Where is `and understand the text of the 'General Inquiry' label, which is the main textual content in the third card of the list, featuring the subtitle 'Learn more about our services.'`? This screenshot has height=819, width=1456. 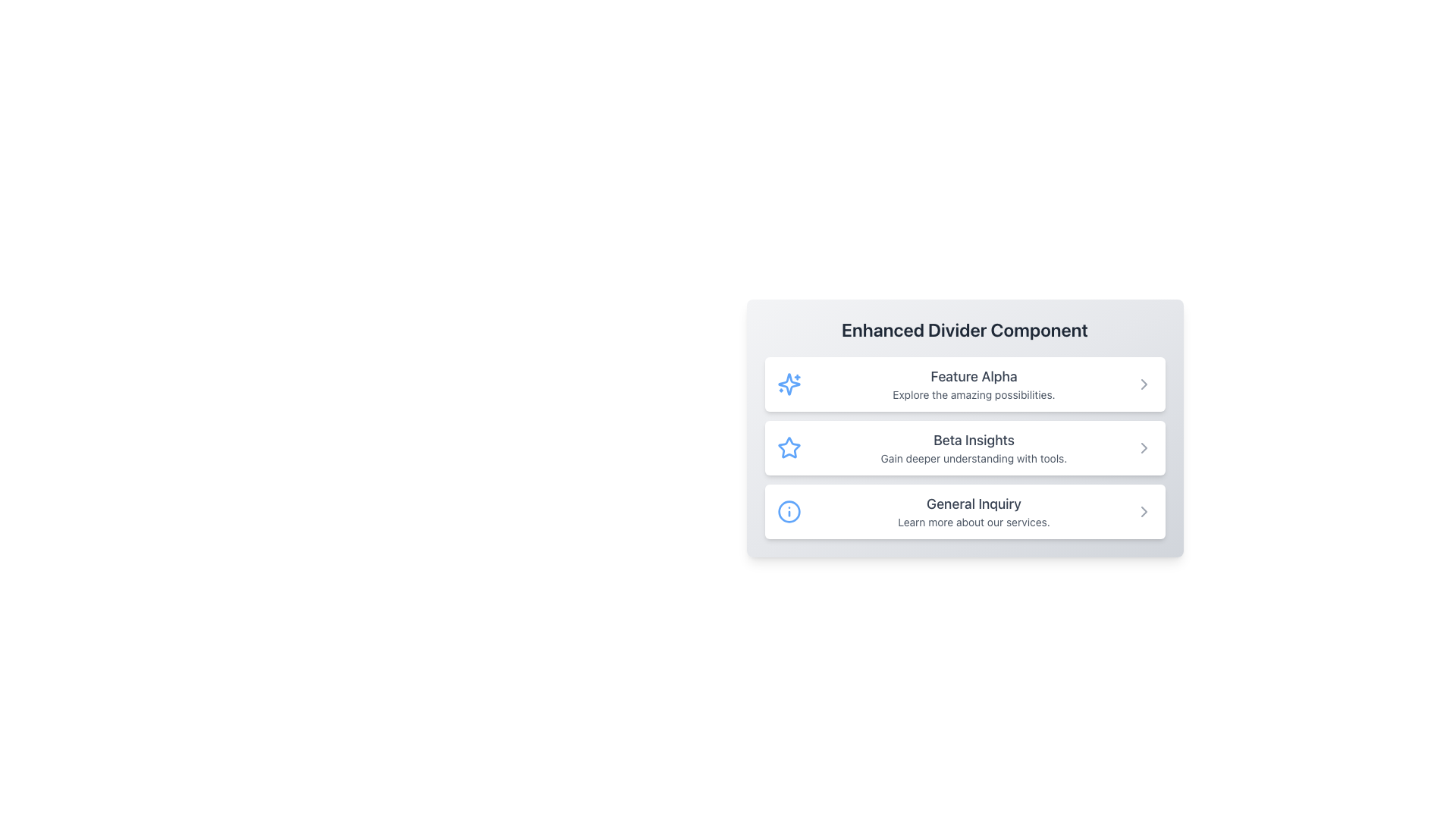 and understand the text of the 'General Inquiry' label, which is the main textual content in the third card of the list, featuring the subtitle 'Learn more about our services.' is located at coordinates (974, 512).